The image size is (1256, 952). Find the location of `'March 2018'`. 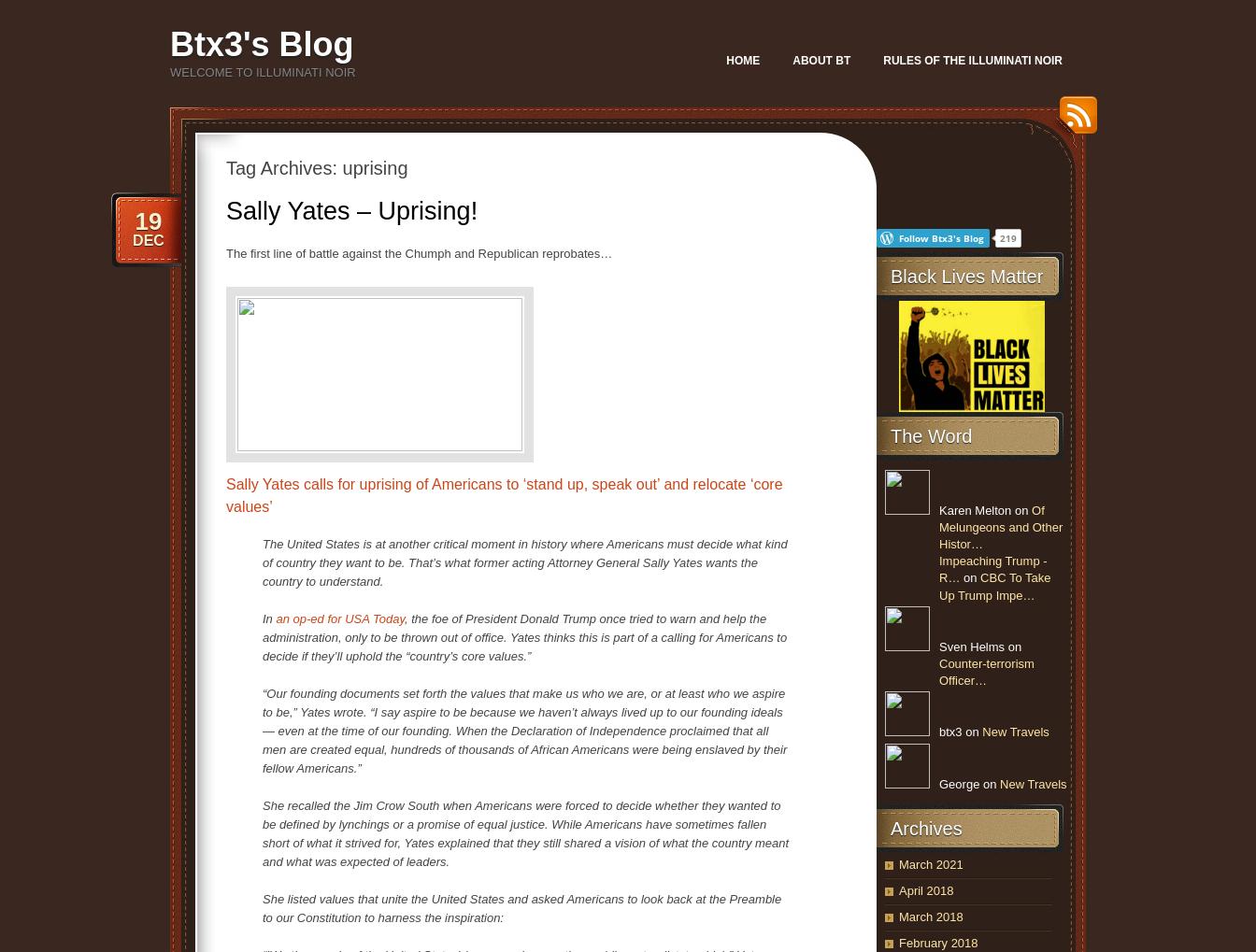

'March 2018' is located at coordinates (899, 916).